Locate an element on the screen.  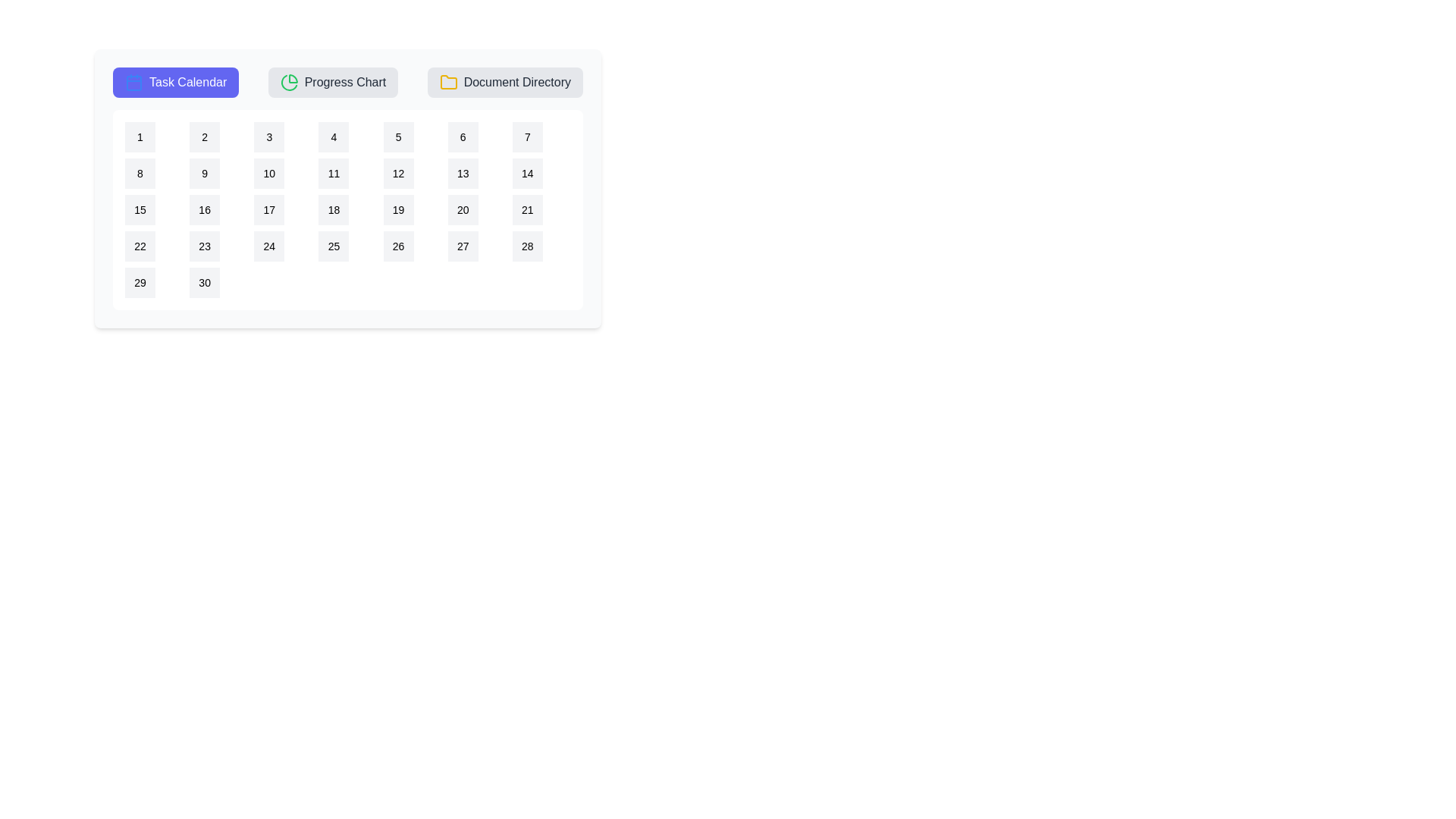
the calendar date 20 is located at coordinates (461, 210).